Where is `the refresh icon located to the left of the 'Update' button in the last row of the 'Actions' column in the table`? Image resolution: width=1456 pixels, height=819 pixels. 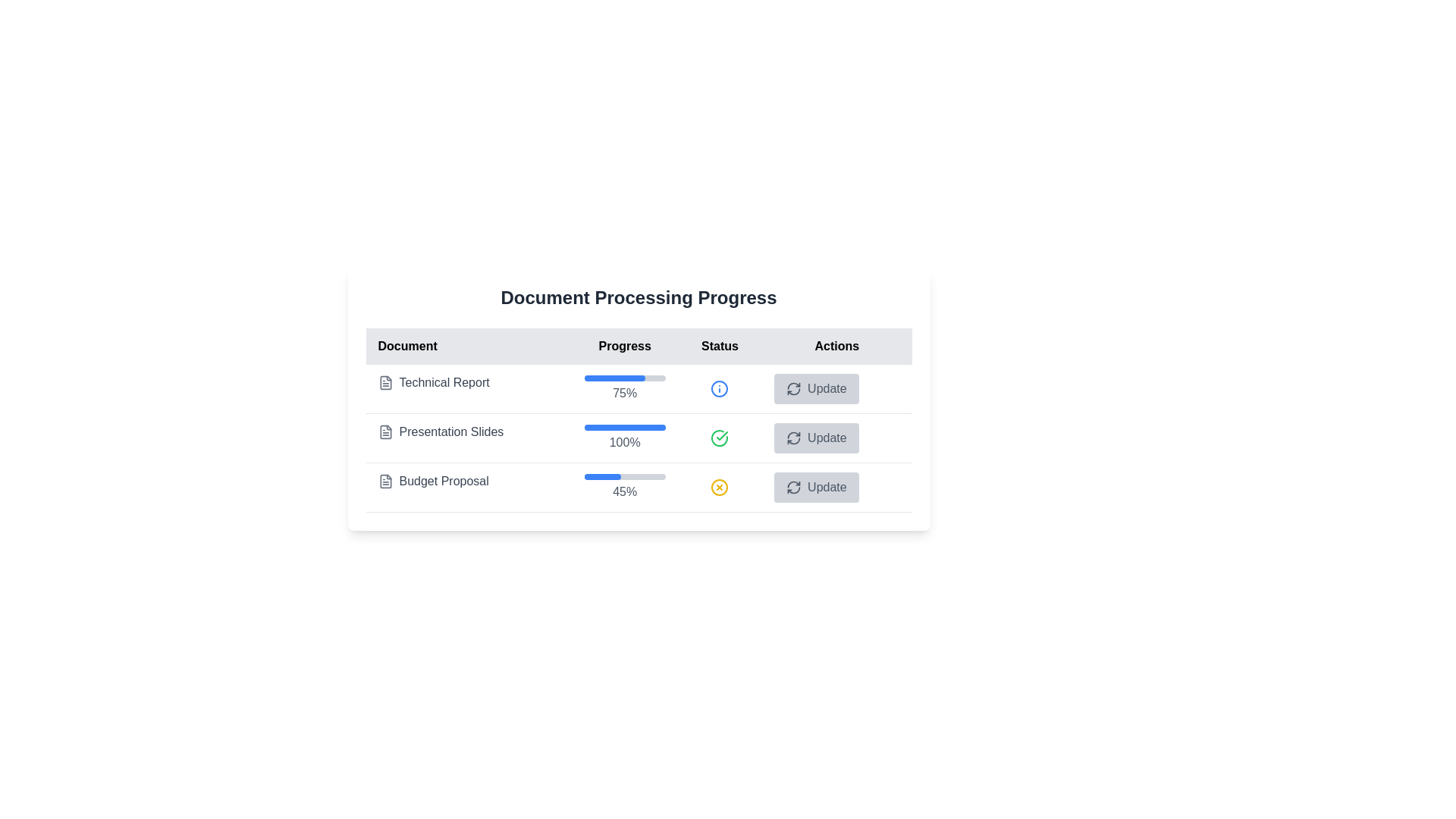 the refresh icon located to the left of the 'Update' button in the last row of the 'Actions' column in the table is located at coordinates (793, 488).